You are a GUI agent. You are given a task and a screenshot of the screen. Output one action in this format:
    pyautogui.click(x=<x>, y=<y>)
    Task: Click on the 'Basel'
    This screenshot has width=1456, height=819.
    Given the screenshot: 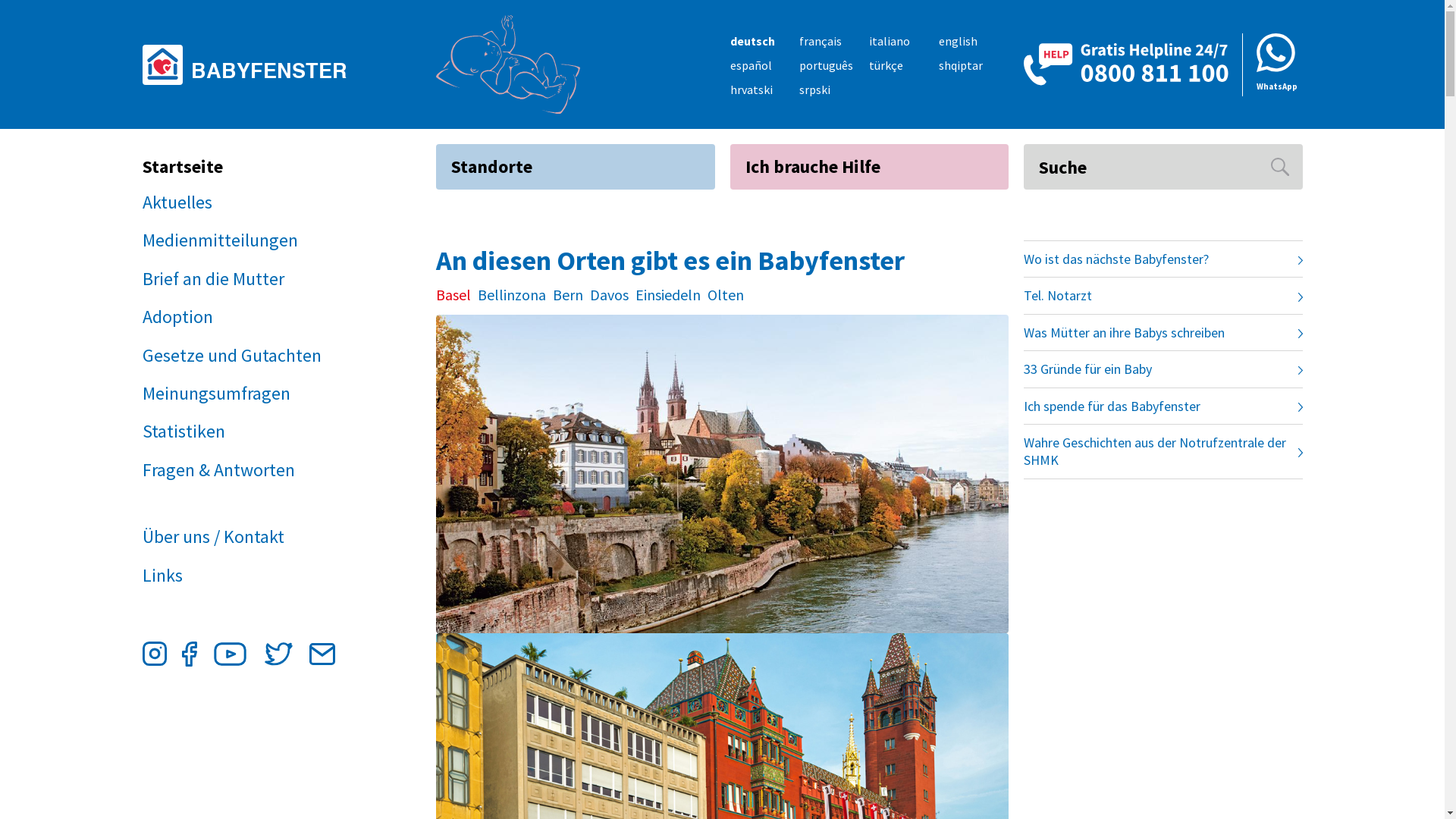 What is the action you would take?
    pyautogui.click(x=453, y=295)
    